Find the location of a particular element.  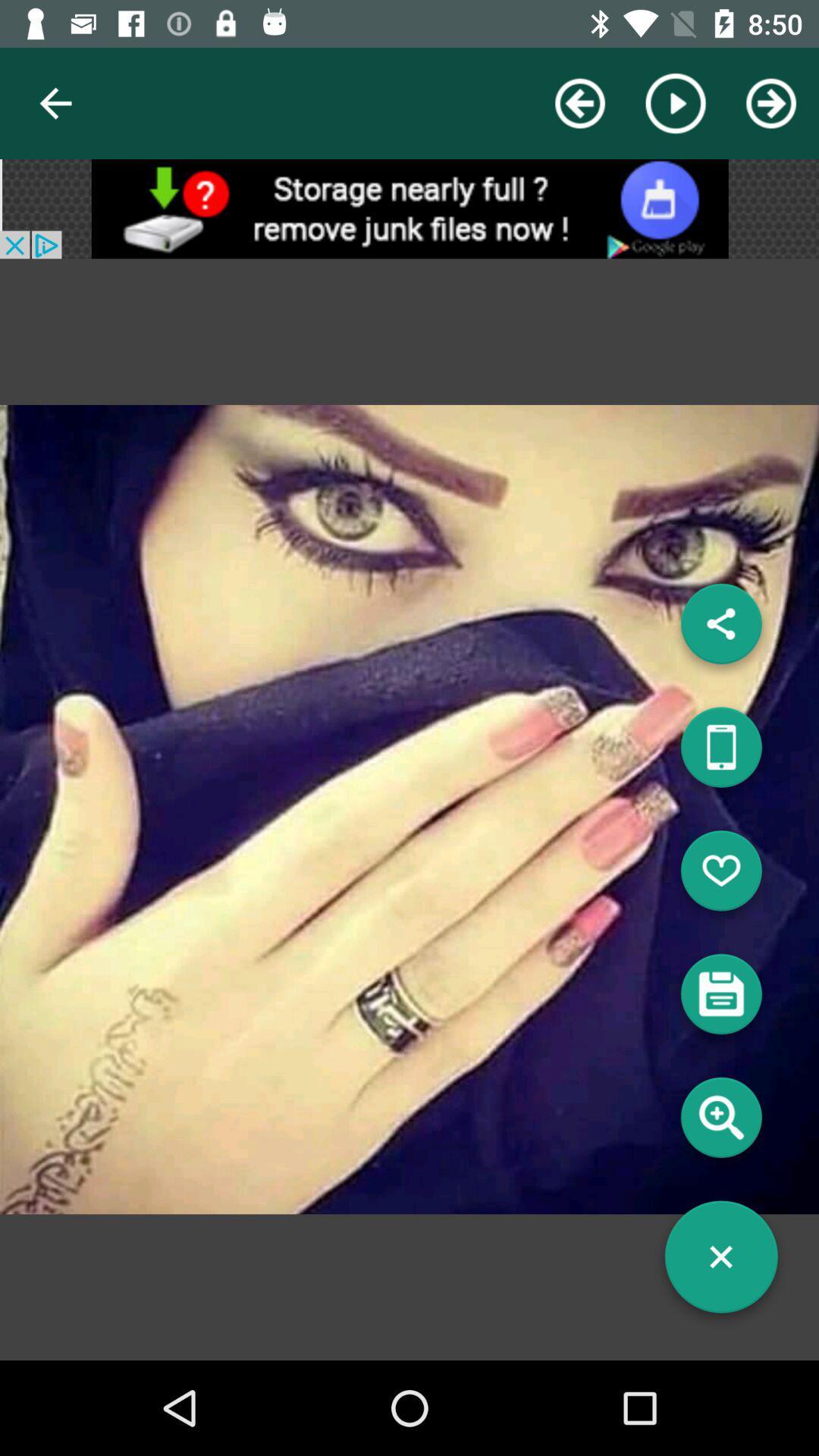

share is located at coordinates (720, 629).